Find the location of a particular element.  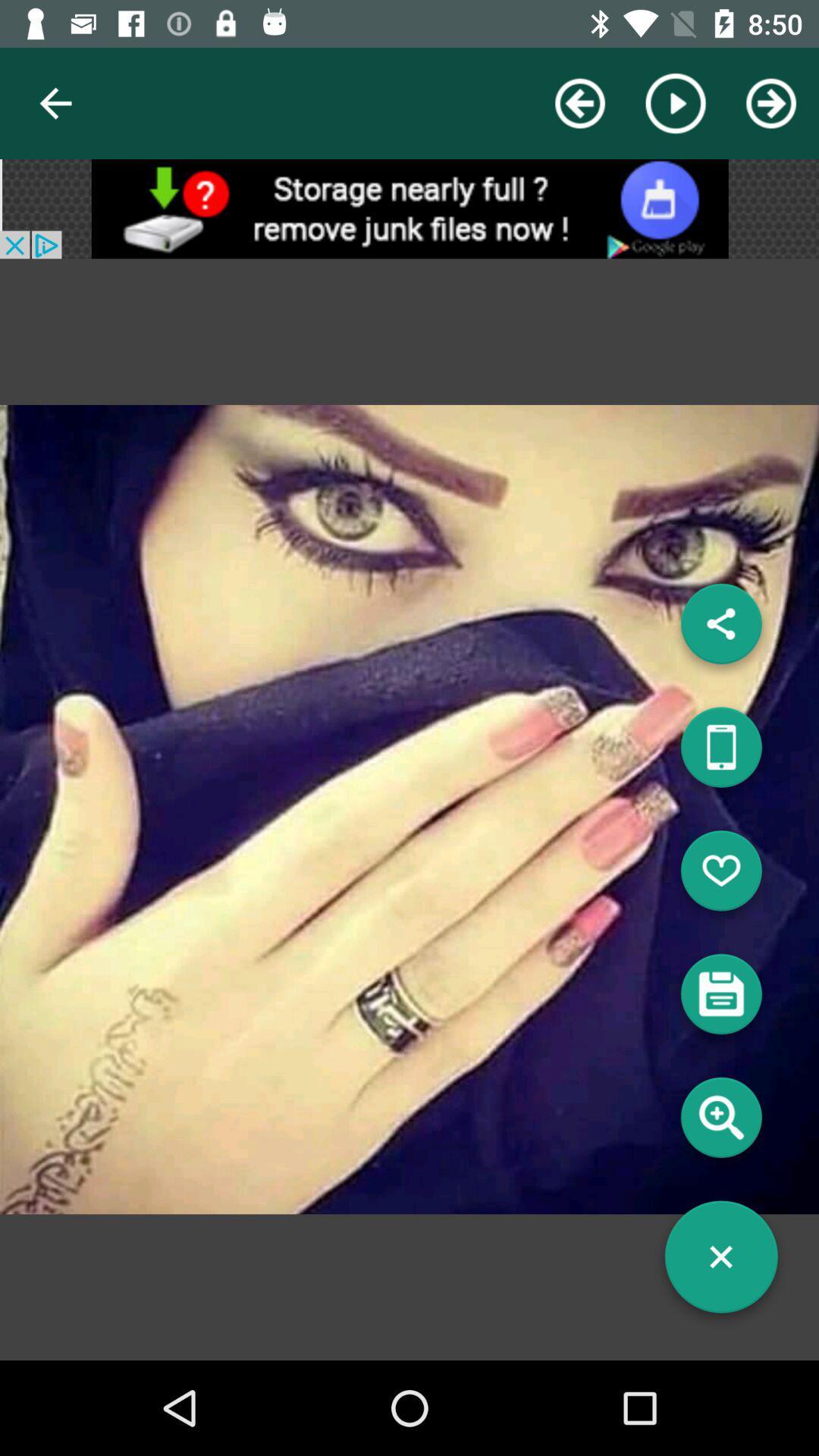

share is located at coordinates (720, 629).